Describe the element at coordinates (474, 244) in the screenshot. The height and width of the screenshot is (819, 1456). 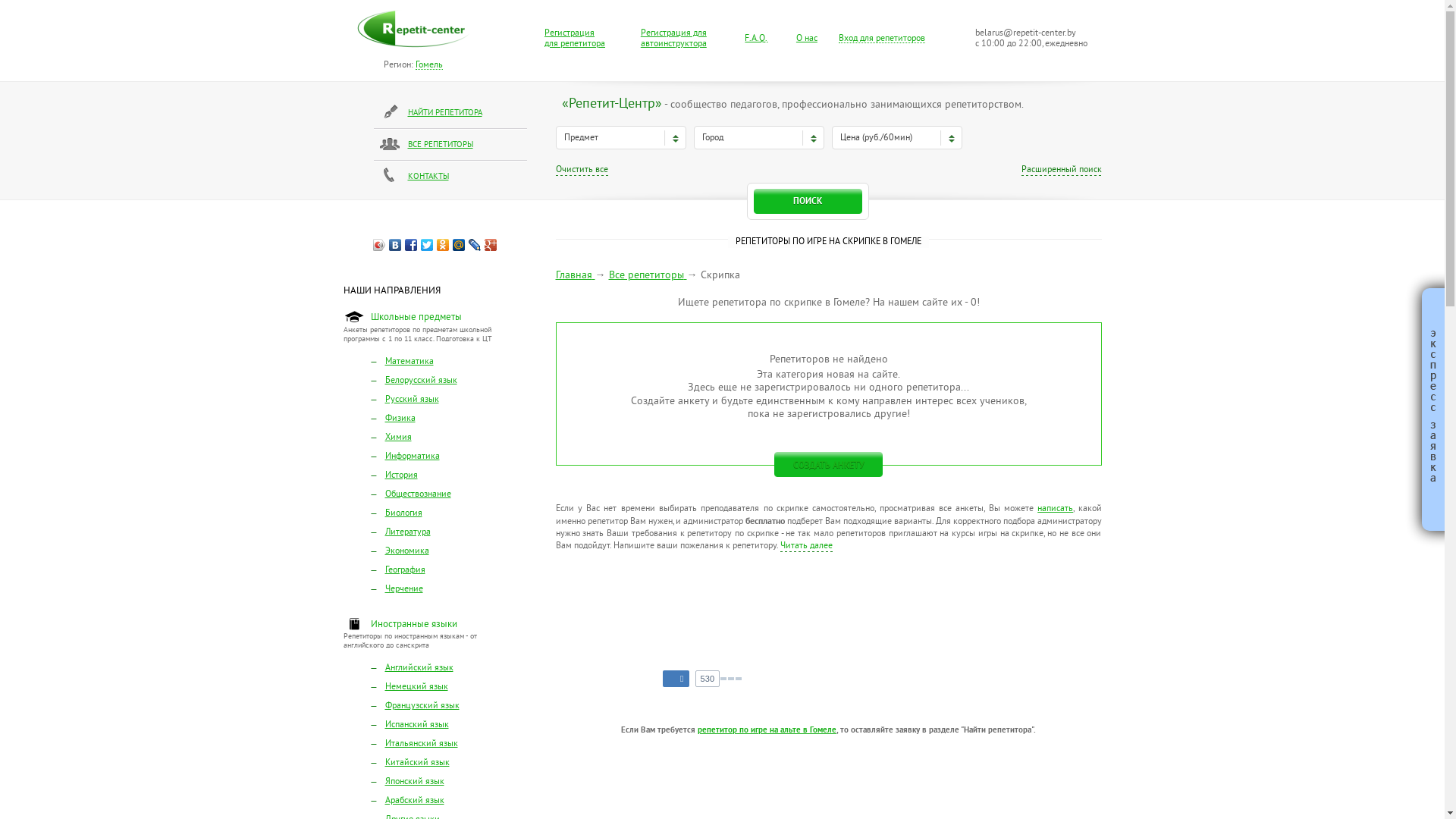
I see `'LiveJournal'` at that location.